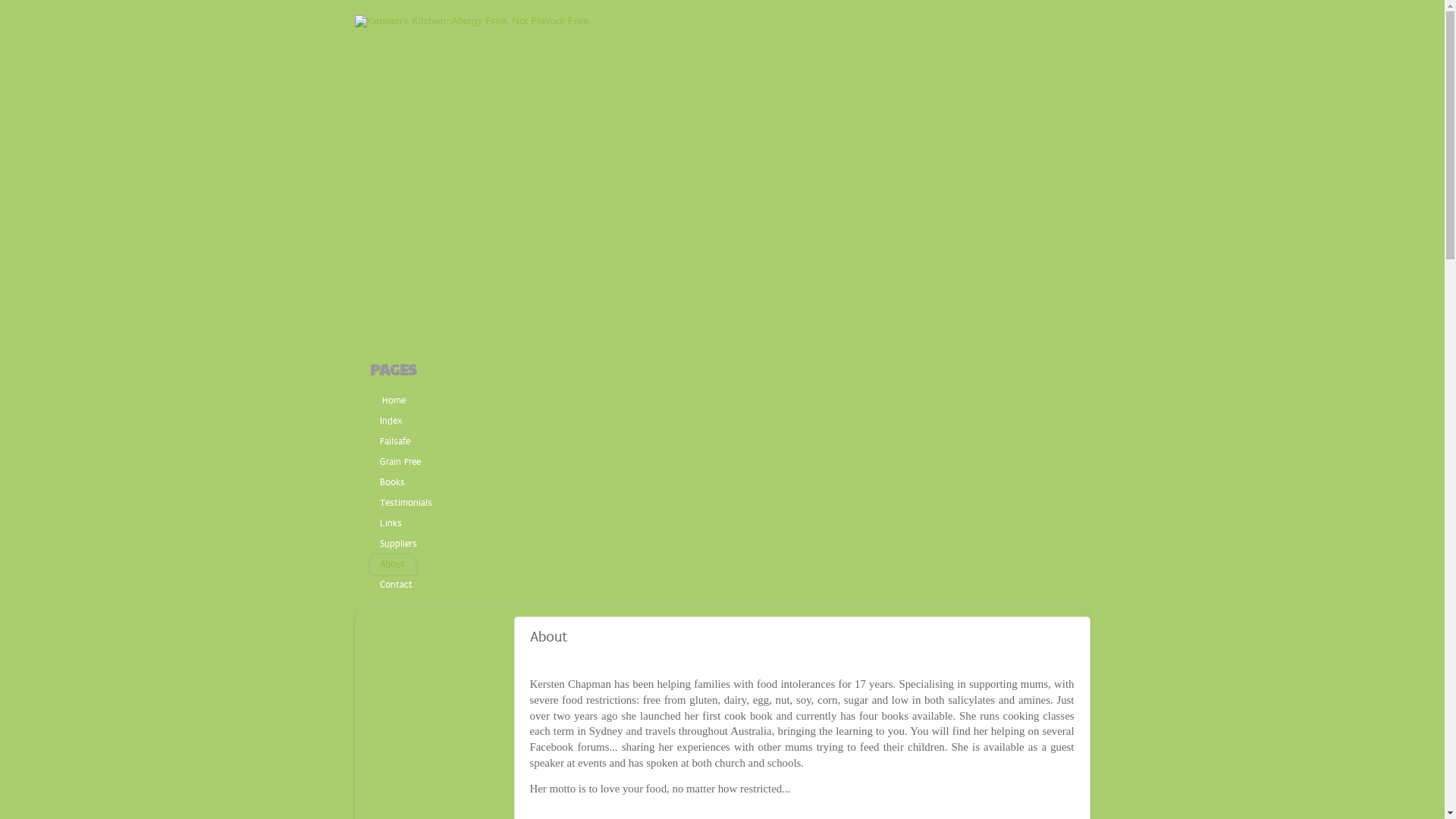 The width and height of the screenshot is (1456, 819). I want to click on 'Books', so click(393, 482).